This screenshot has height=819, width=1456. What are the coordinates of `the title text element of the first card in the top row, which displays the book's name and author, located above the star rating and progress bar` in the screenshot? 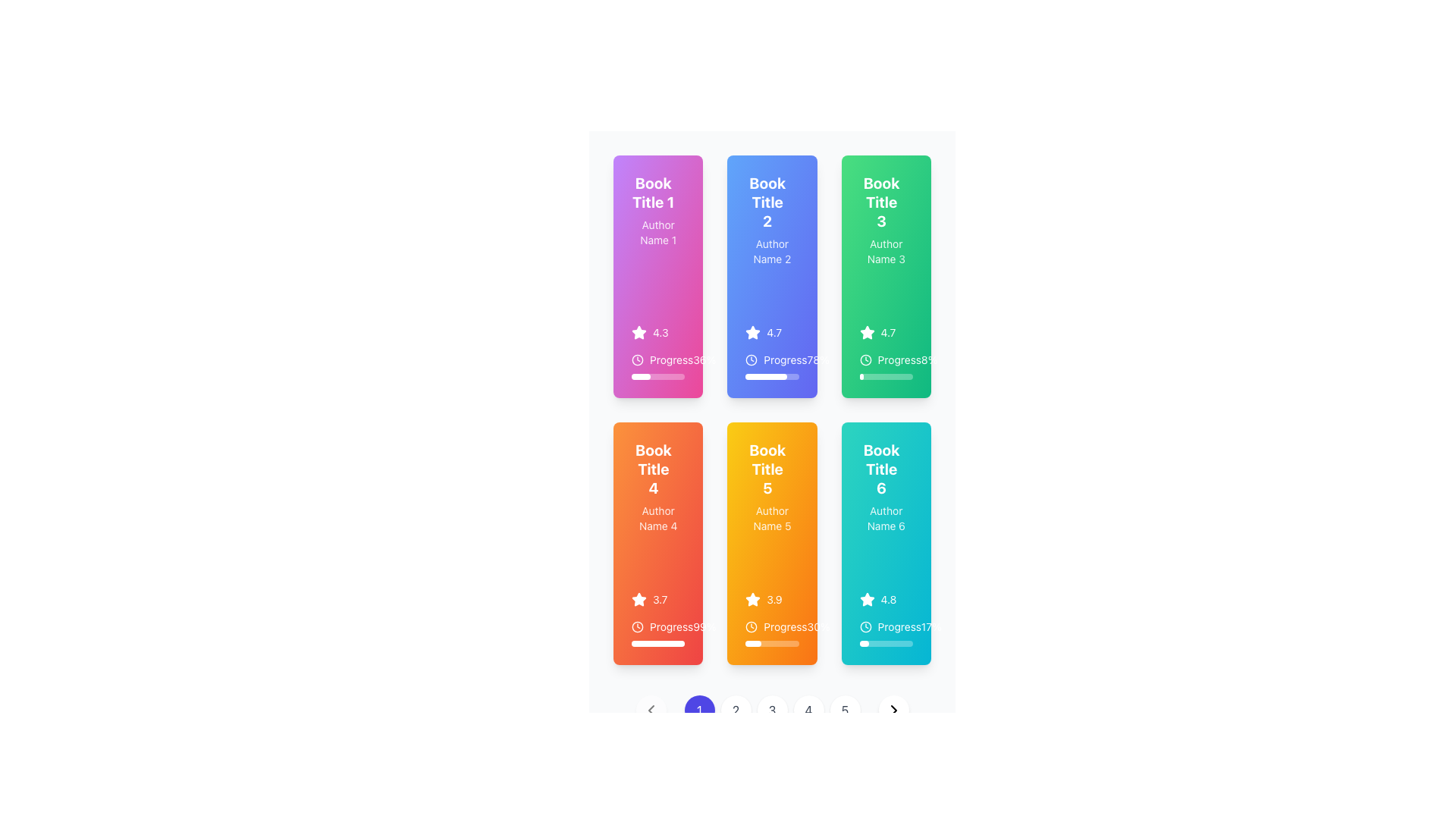 It's located at (658, 210).